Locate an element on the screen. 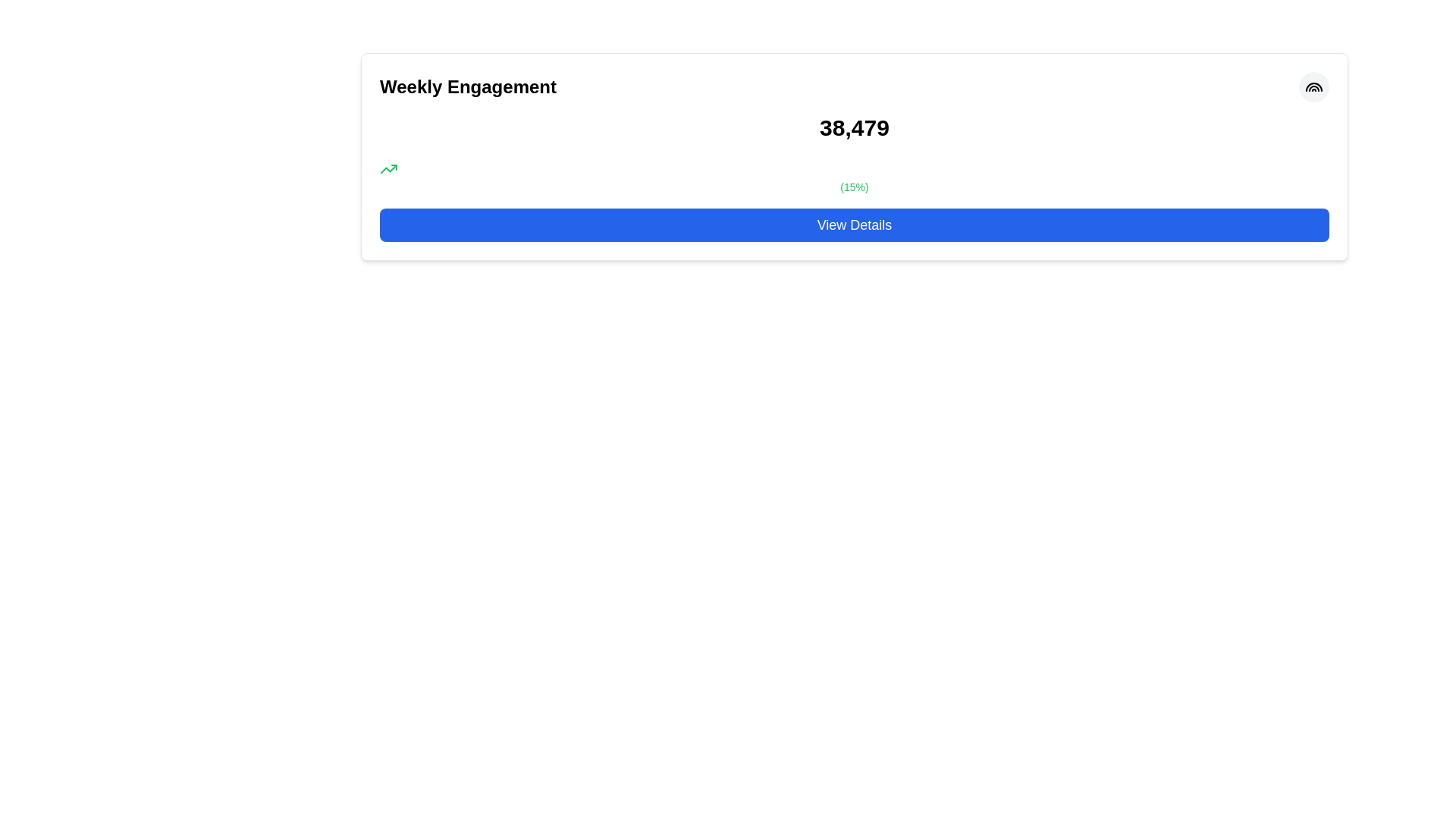  the Text Label displaying '(15%)' in green color, which is located immediately after the numerical text '38,479' is located at coordinates (855, 175).